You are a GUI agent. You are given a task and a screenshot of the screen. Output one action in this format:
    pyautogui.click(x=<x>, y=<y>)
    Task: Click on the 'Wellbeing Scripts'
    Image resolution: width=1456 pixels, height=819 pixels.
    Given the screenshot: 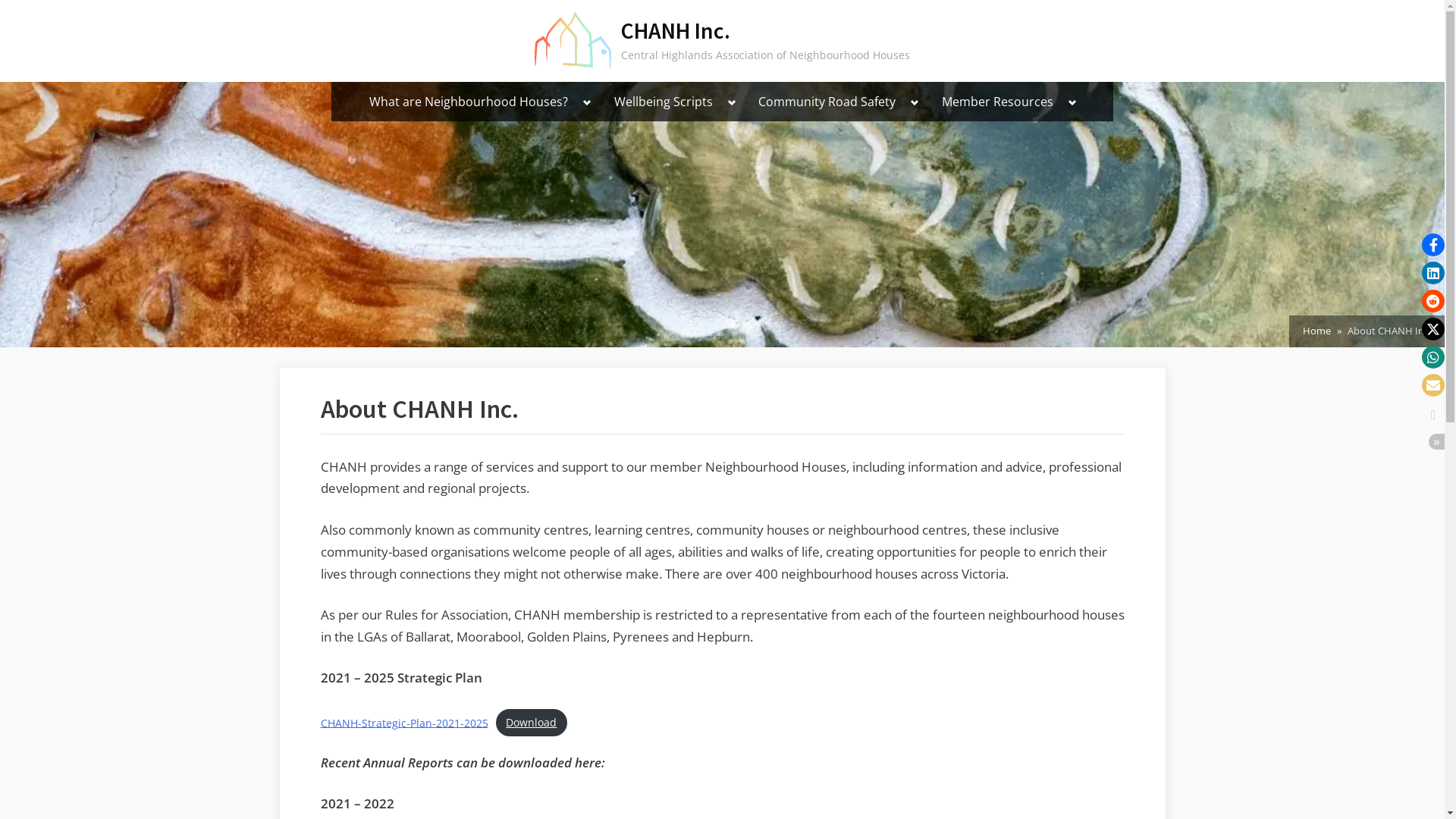 What is the action you would take?
    pyautogui.click(x=663, y=102)
    